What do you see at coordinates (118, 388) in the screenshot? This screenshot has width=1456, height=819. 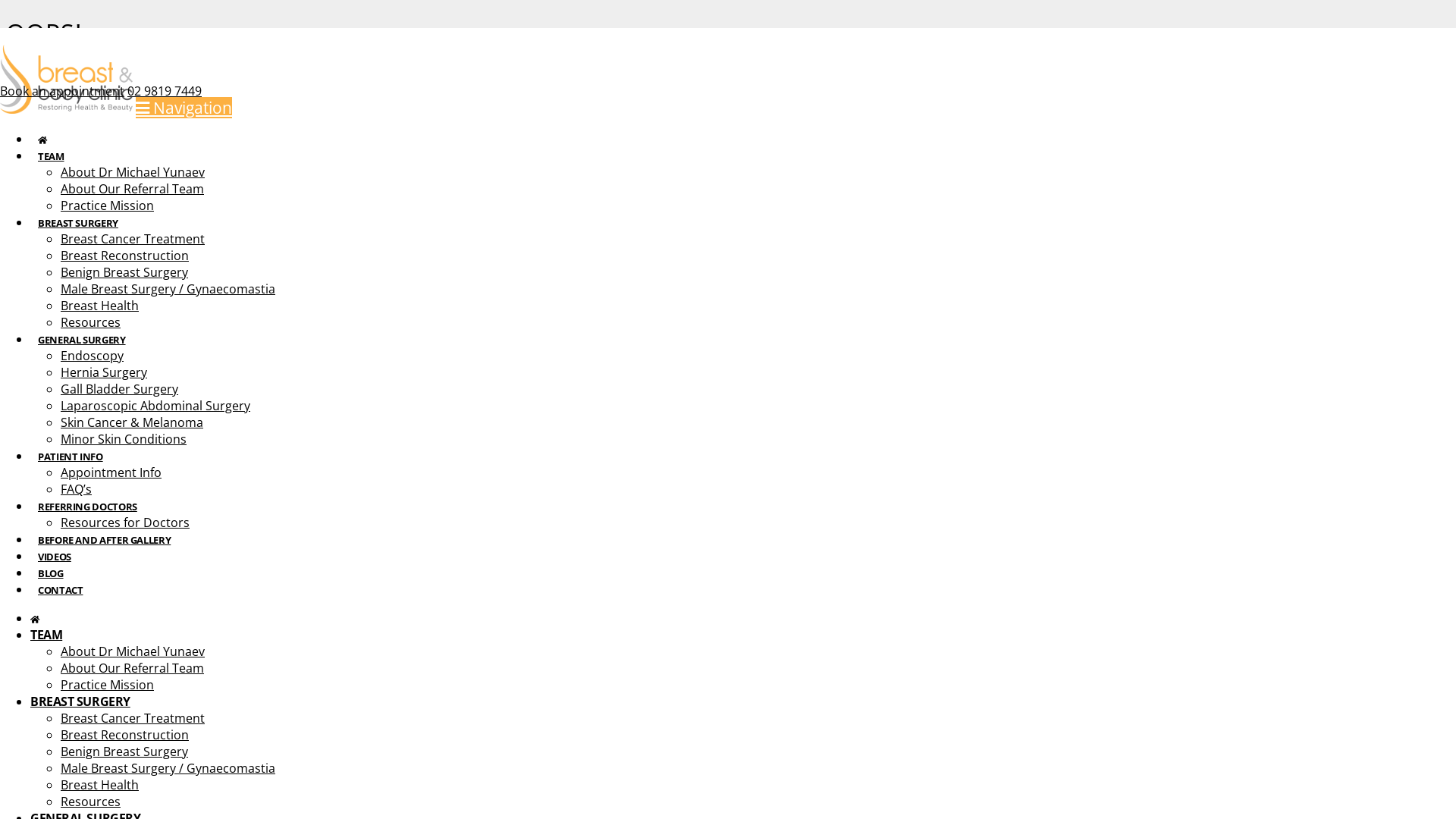 I see `'Gall Bladder Surgery'` at bounding box center [118, 388].